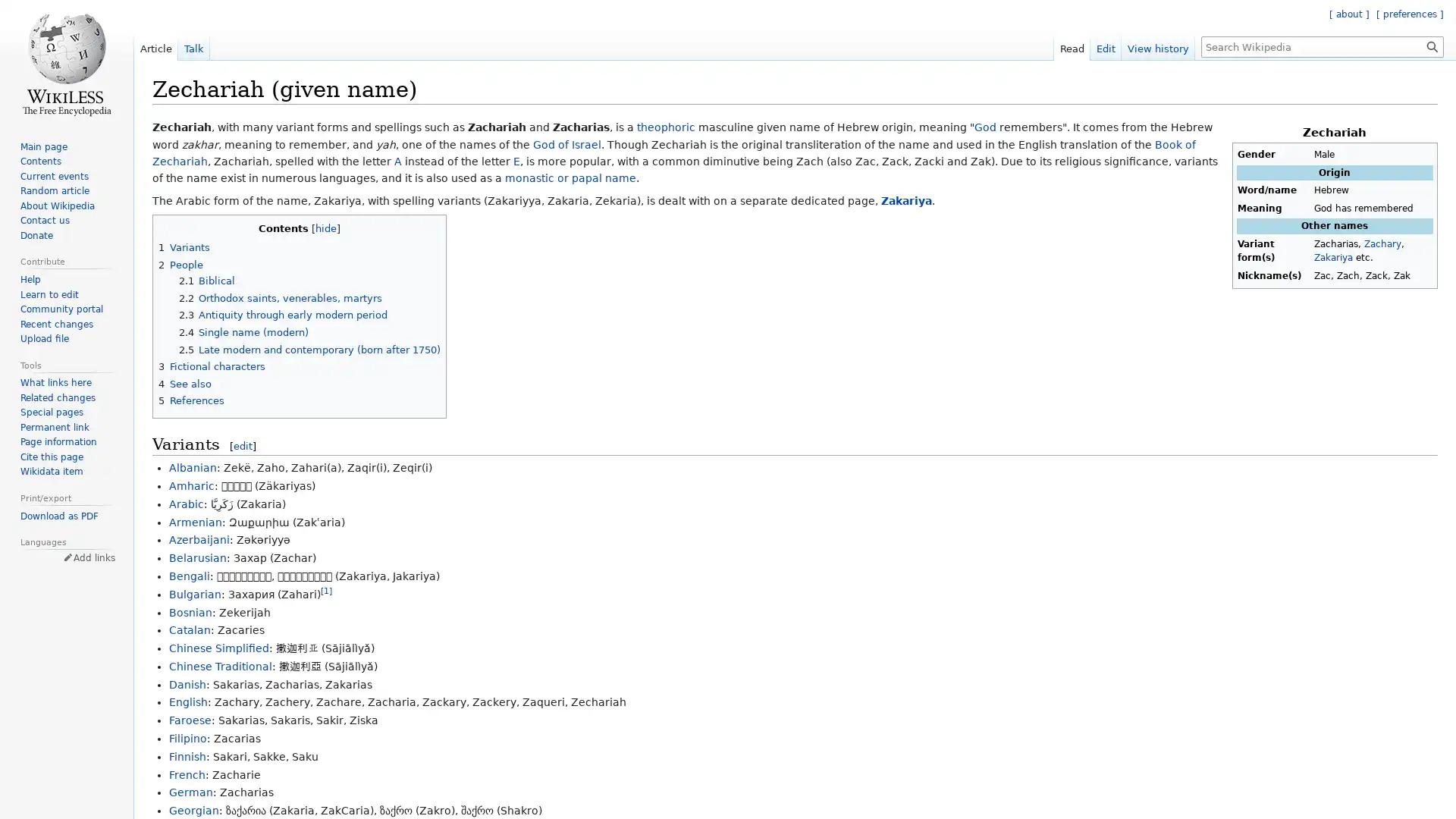  What do you see at coordinates (1432, 45) in the screenshot?
I see `Search` at bounding box center [1432, 45].